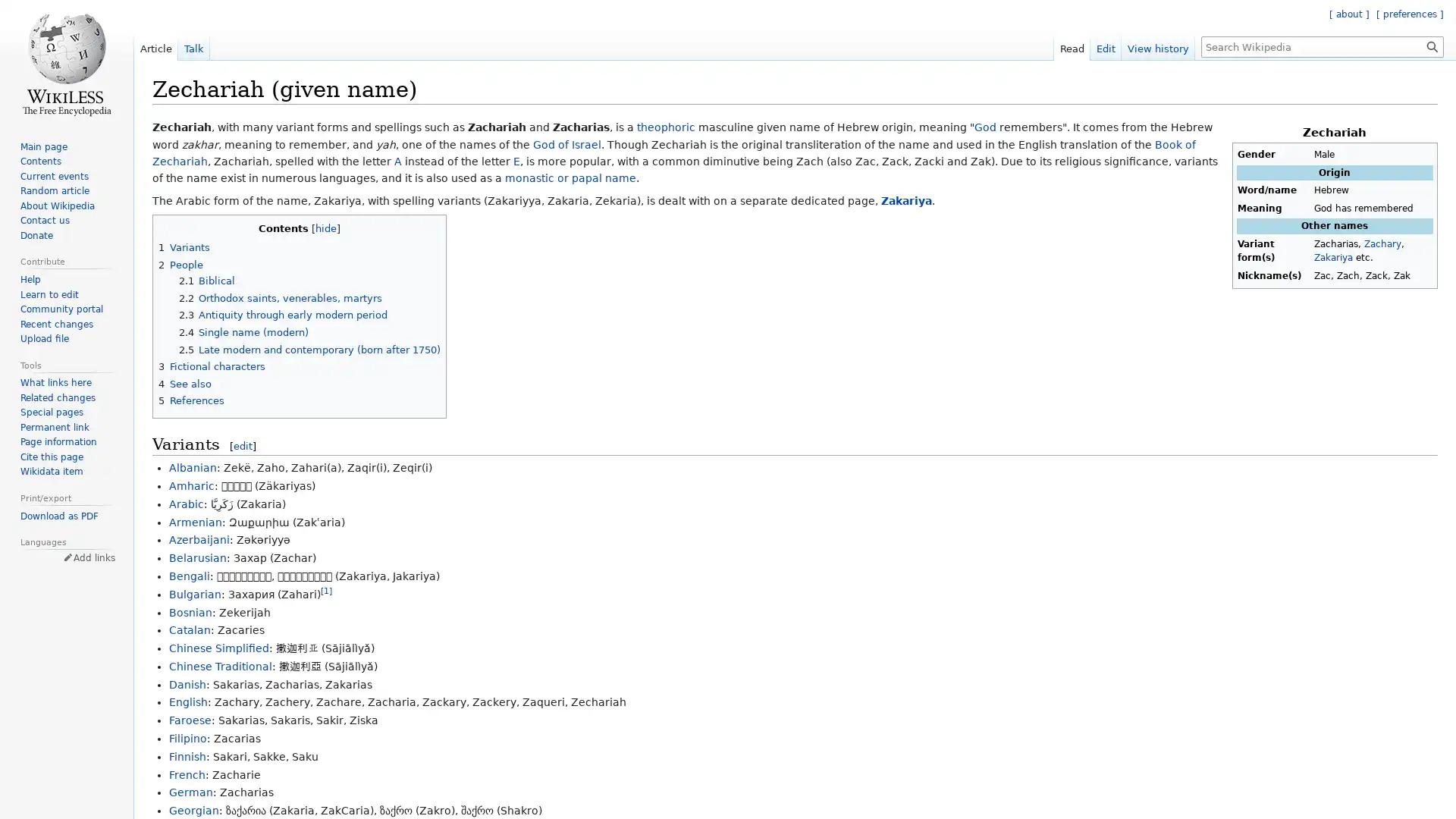  What do you see at coordinates (1432, 45) in the screenshot?
I see `Search` at bounding box center [1432, 45].